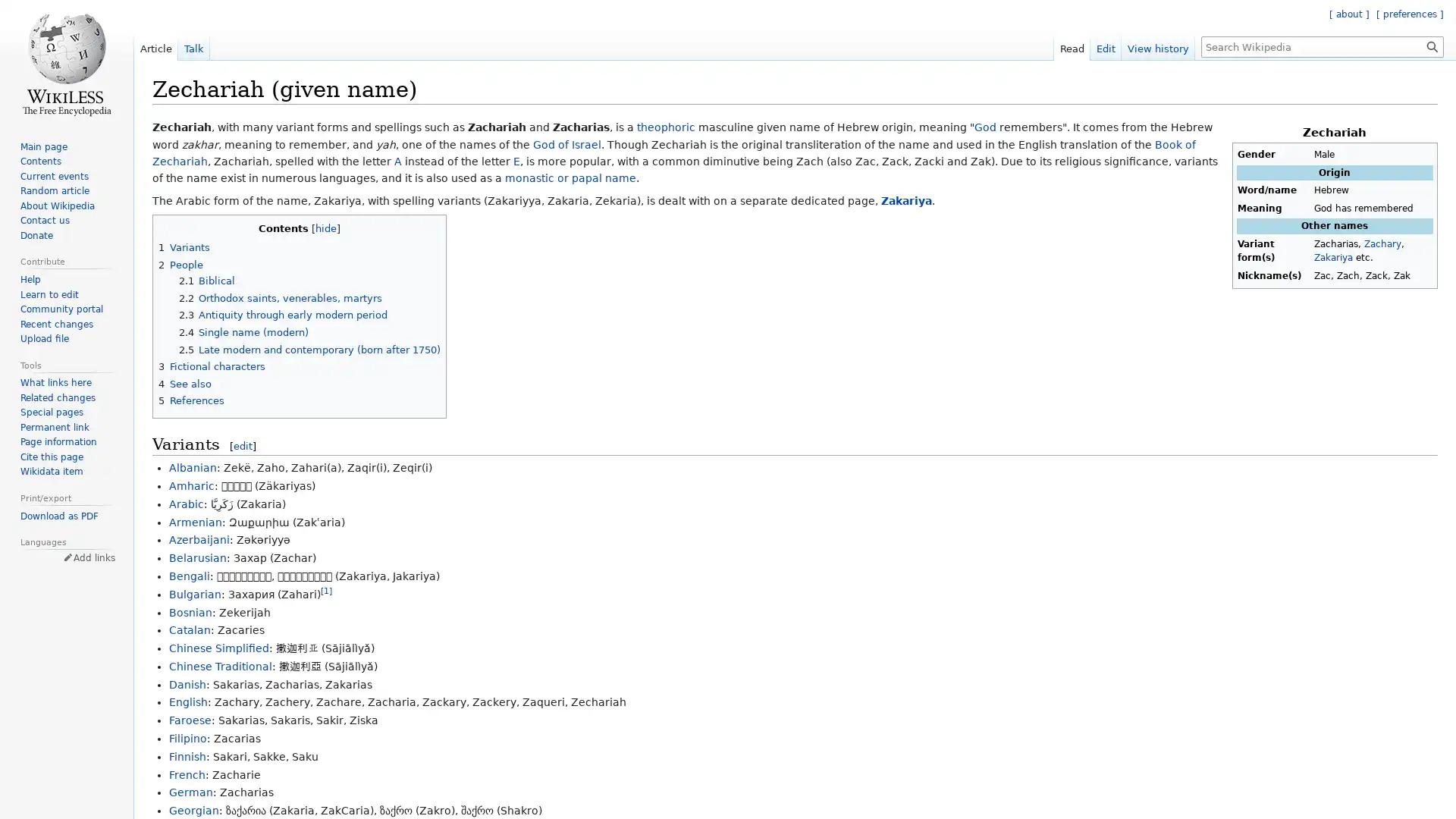  What do you see at coordinates (1432, 45) in the screenshot?
I see `Search` at bounding box center [1432, 45].